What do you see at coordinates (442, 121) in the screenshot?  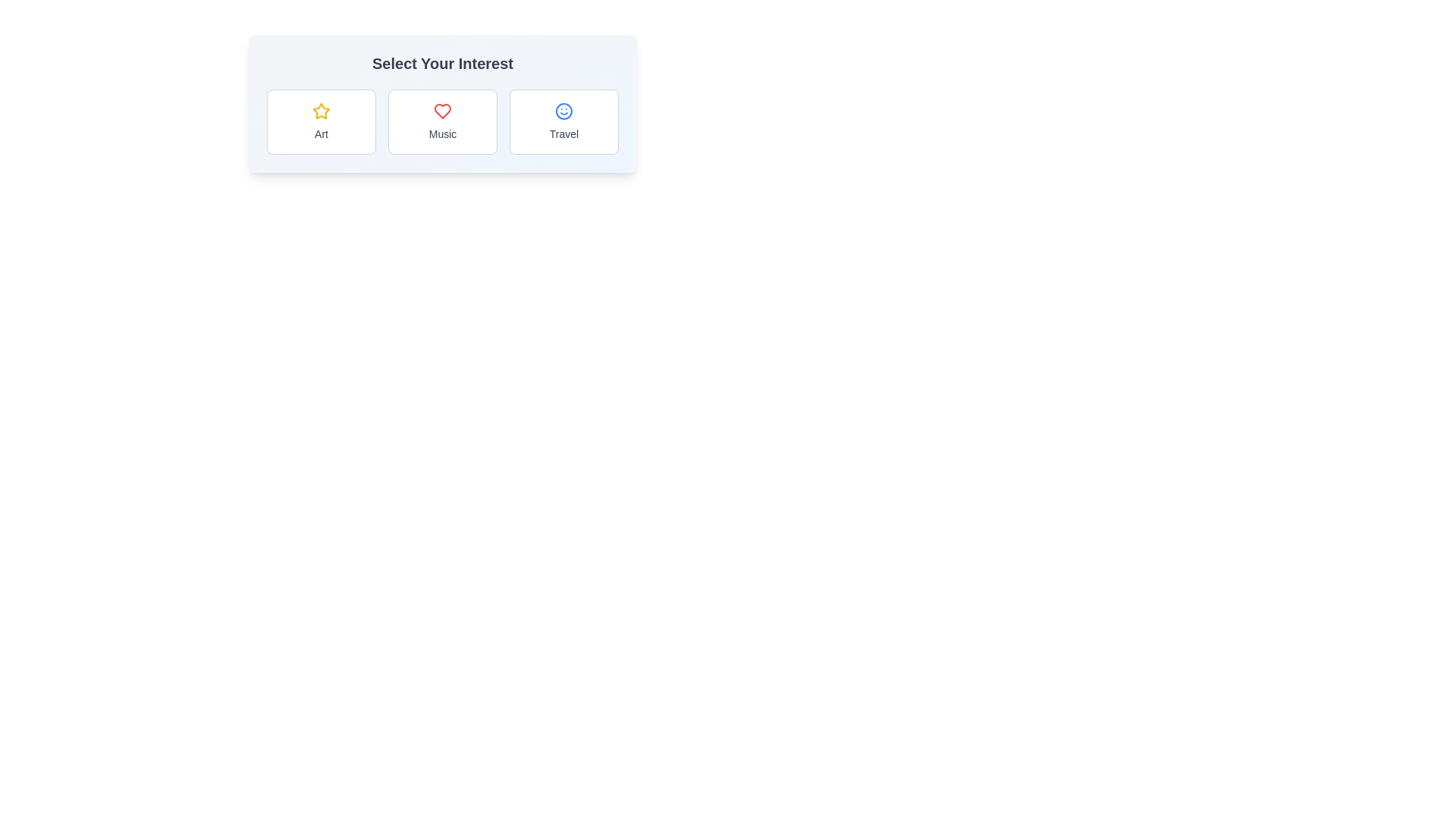 I see `the selectable card labeled 'Music' which is a rectangular card with a white background and a red heart icon at the top` at bounding box center [442, 121].